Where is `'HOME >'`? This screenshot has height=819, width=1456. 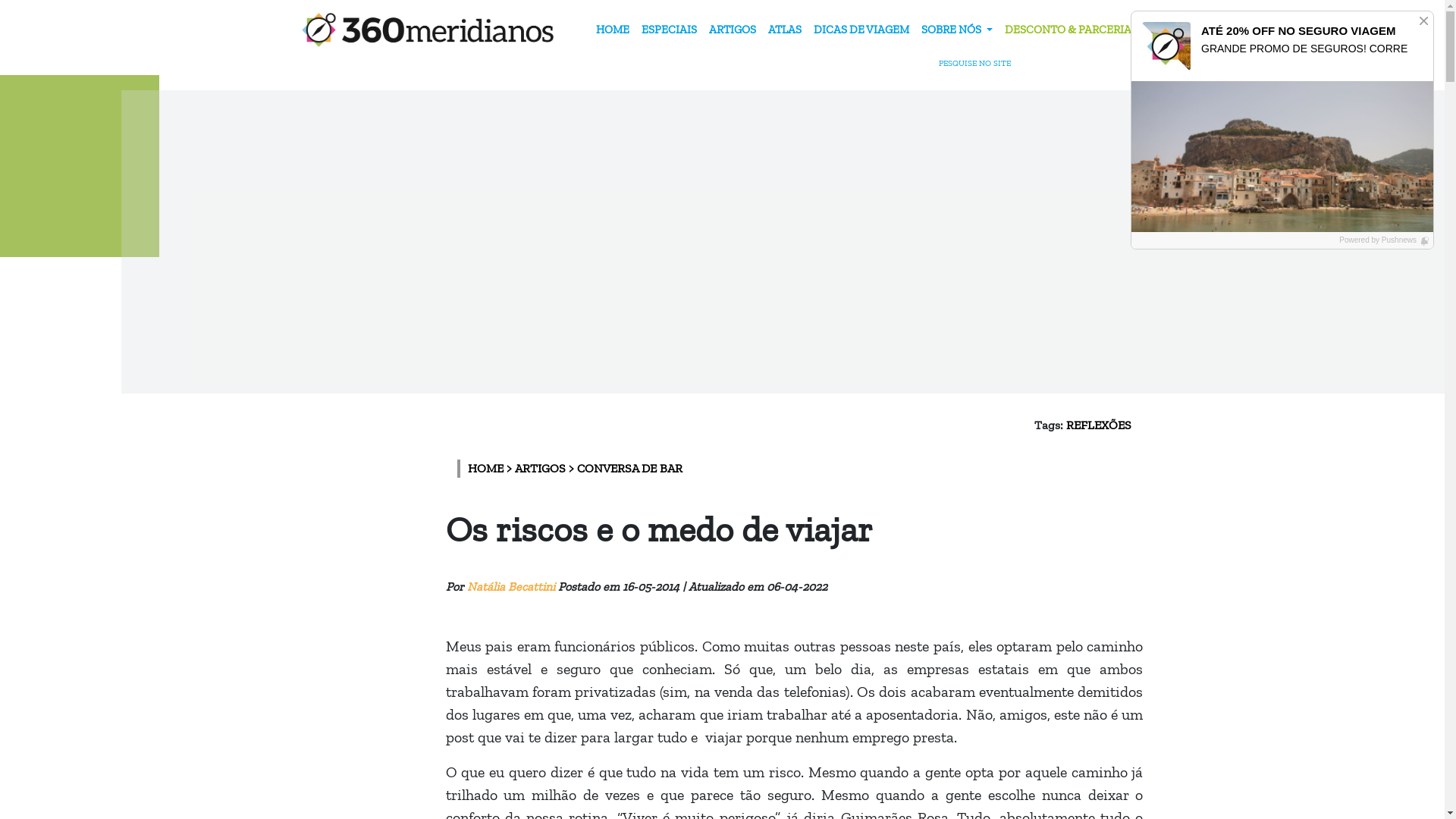
'HOME >' is located at coordinates (466, 467).